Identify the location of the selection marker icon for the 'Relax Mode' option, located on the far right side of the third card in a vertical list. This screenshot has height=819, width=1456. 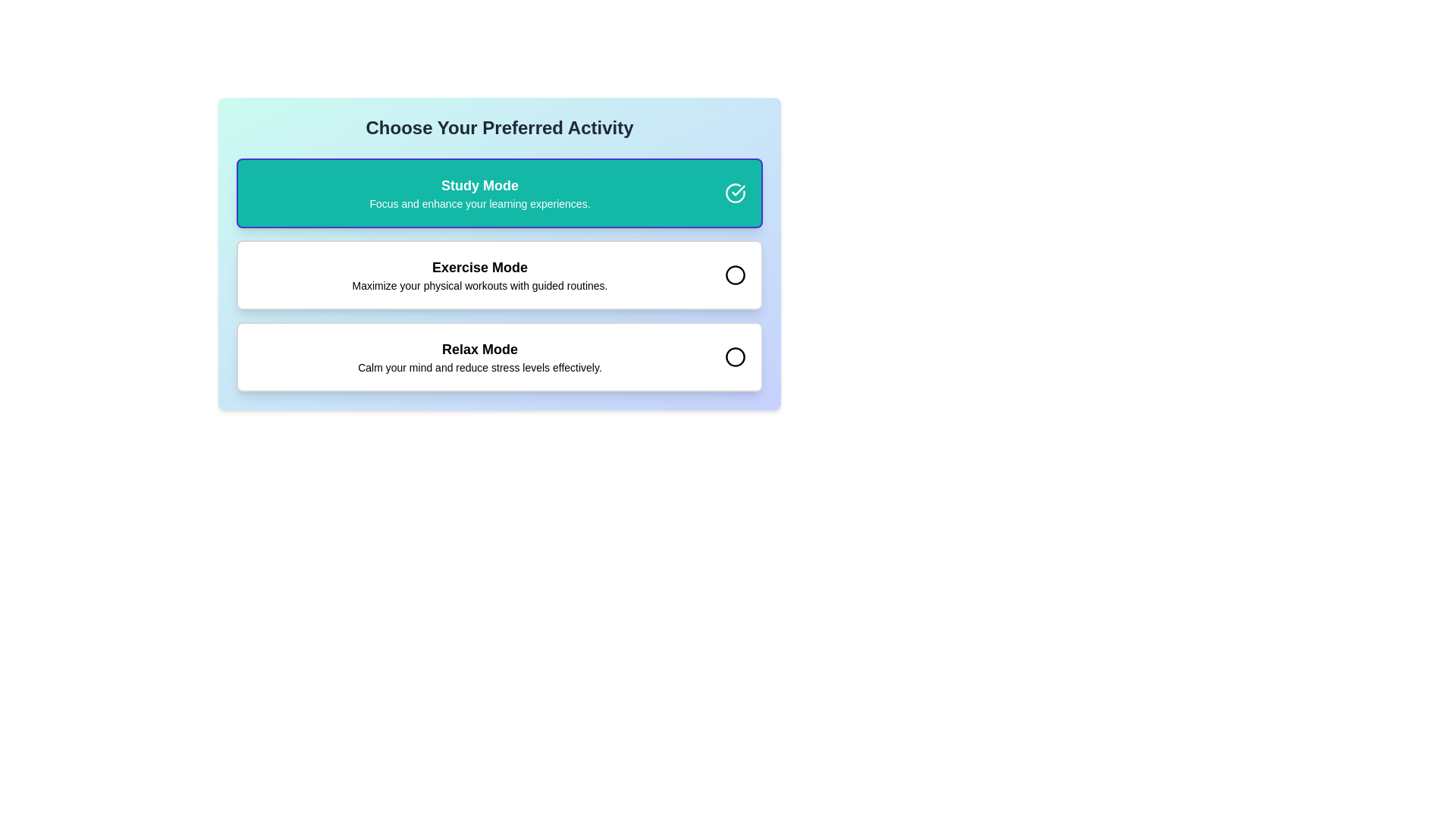
(735, 356).